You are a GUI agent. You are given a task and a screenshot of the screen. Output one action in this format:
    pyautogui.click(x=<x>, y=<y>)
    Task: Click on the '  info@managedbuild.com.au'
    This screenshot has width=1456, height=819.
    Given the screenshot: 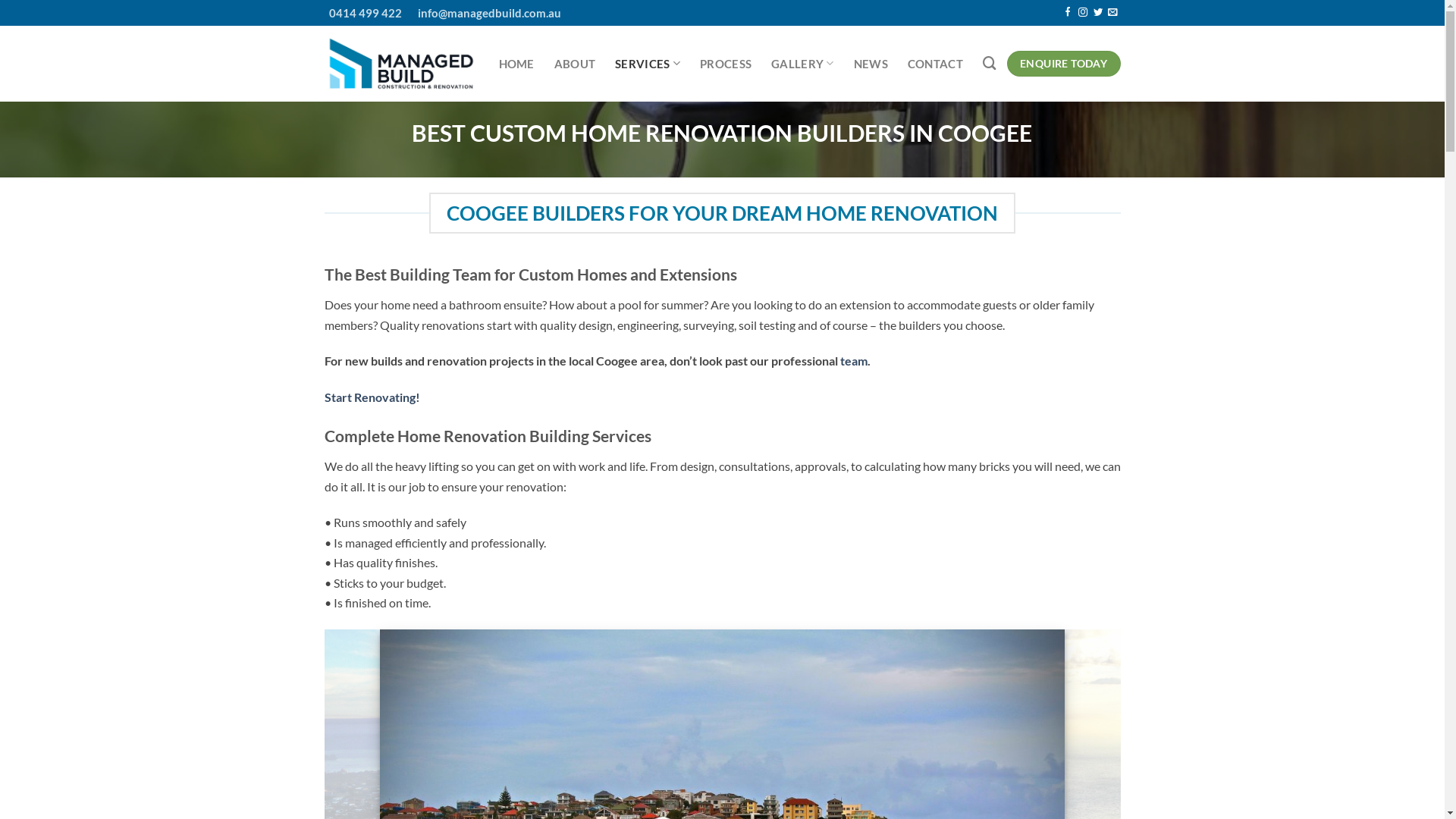 What is the action you would take?
    pyautogui.click(x=480, y=12)
    